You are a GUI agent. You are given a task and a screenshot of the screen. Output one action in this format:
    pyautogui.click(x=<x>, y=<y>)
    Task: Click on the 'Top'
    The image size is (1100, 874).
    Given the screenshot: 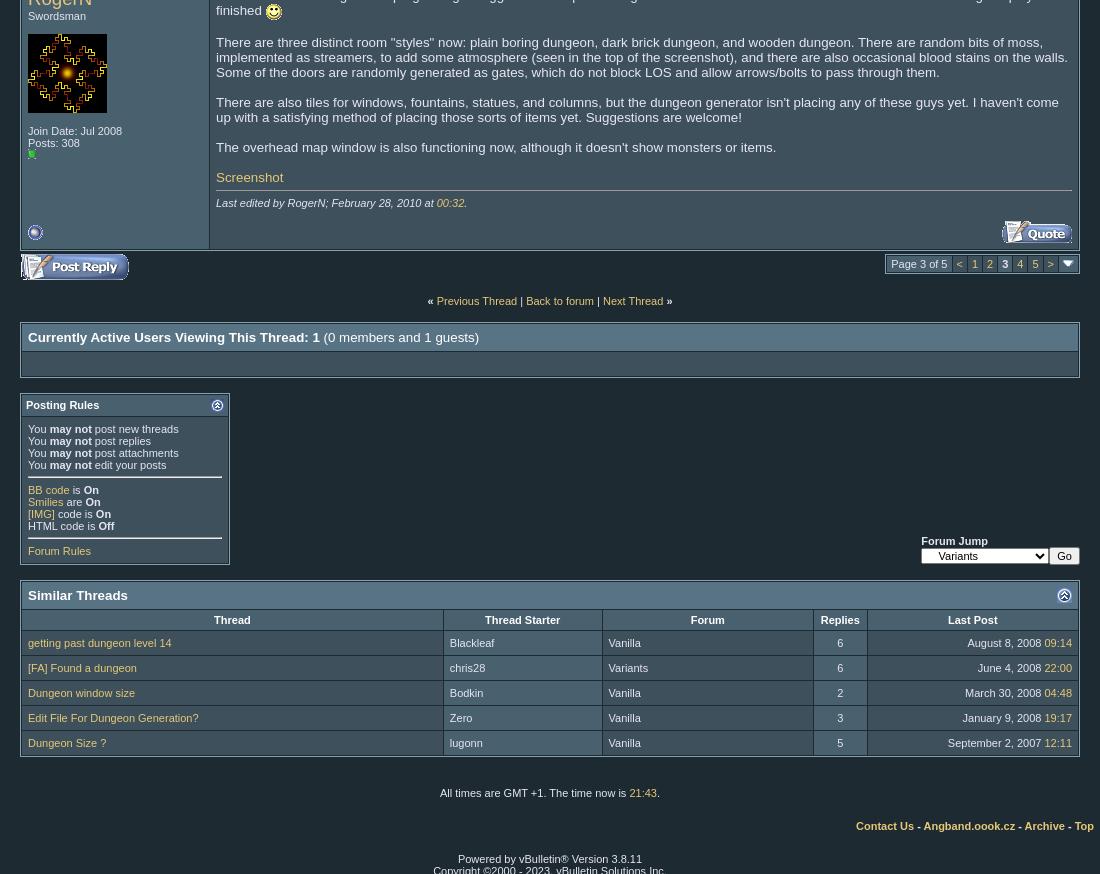 What is the action you would take?
    pyautogui.click(x=1074, y=824)
    